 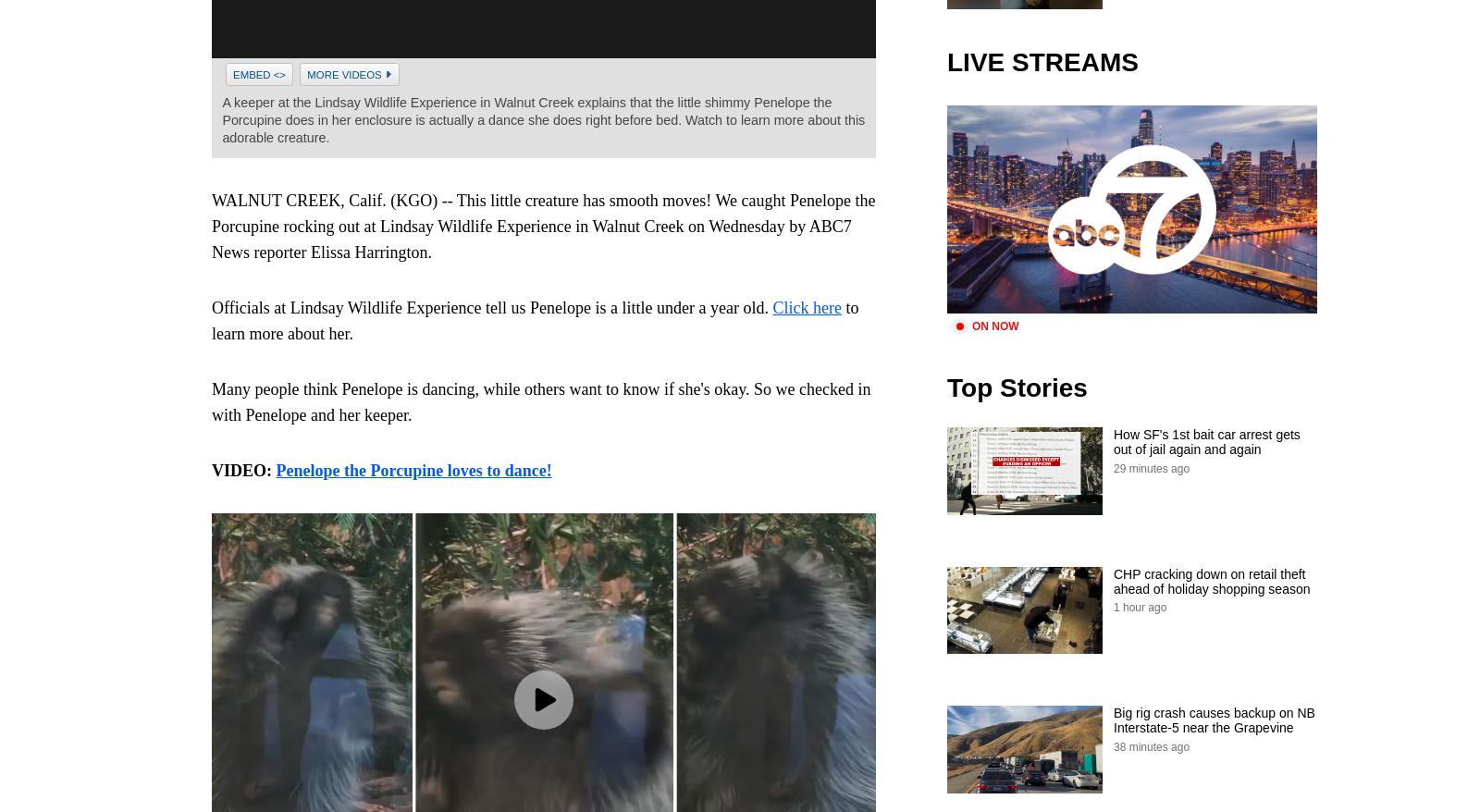 I want to click on '29 minutes ago', so click(x=1150, y=467).